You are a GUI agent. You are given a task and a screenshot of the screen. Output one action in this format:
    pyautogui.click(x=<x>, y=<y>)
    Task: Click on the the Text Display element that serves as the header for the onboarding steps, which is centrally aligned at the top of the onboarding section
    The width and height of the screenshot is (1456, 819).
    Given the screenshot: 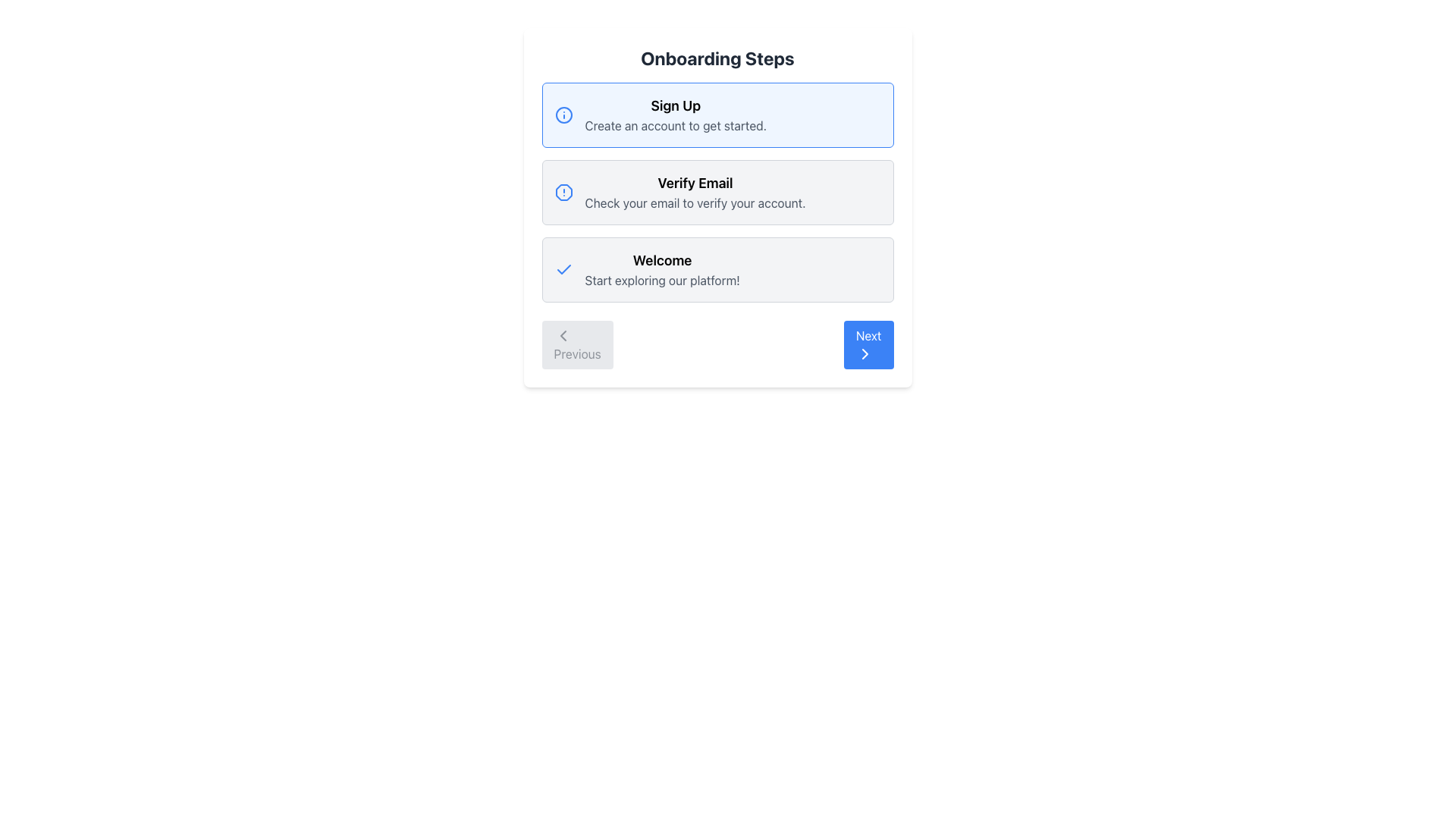 What is the action you would take?
    pyautogui.click(x=717, y=58)
    